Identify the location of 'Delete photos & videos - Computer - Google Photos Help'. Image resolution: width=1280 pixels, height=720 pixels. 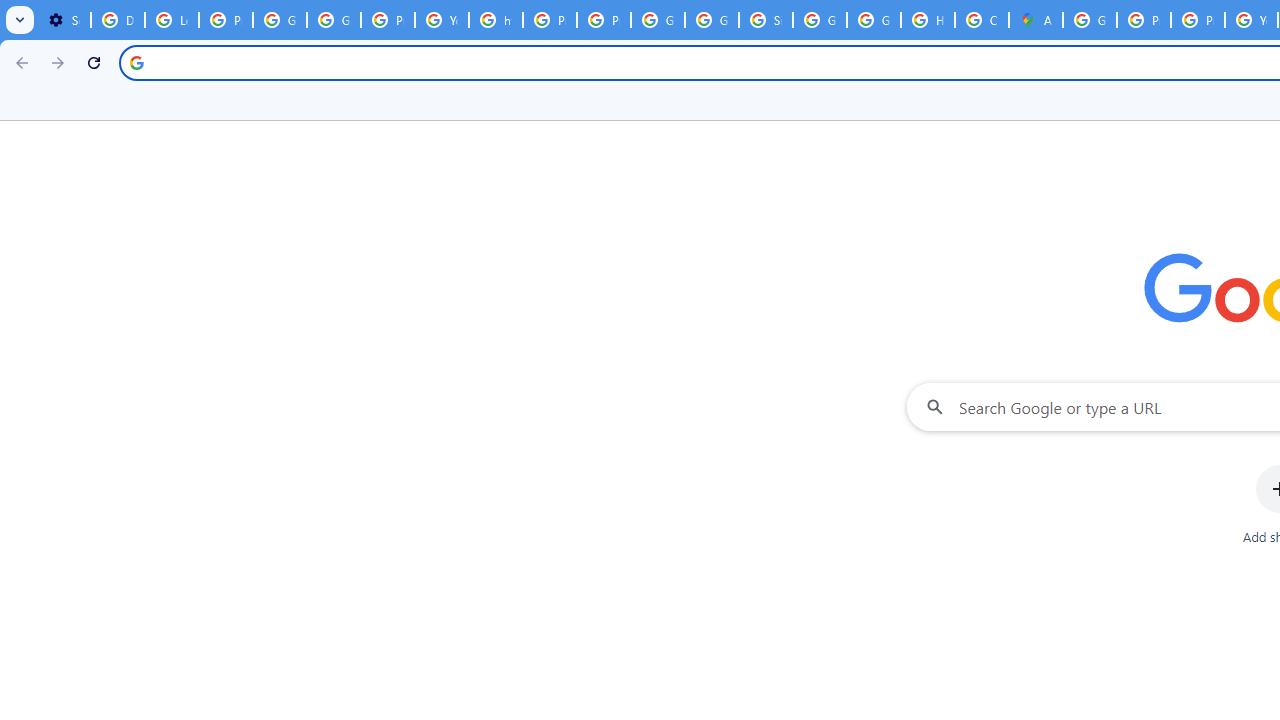
(116, 20).